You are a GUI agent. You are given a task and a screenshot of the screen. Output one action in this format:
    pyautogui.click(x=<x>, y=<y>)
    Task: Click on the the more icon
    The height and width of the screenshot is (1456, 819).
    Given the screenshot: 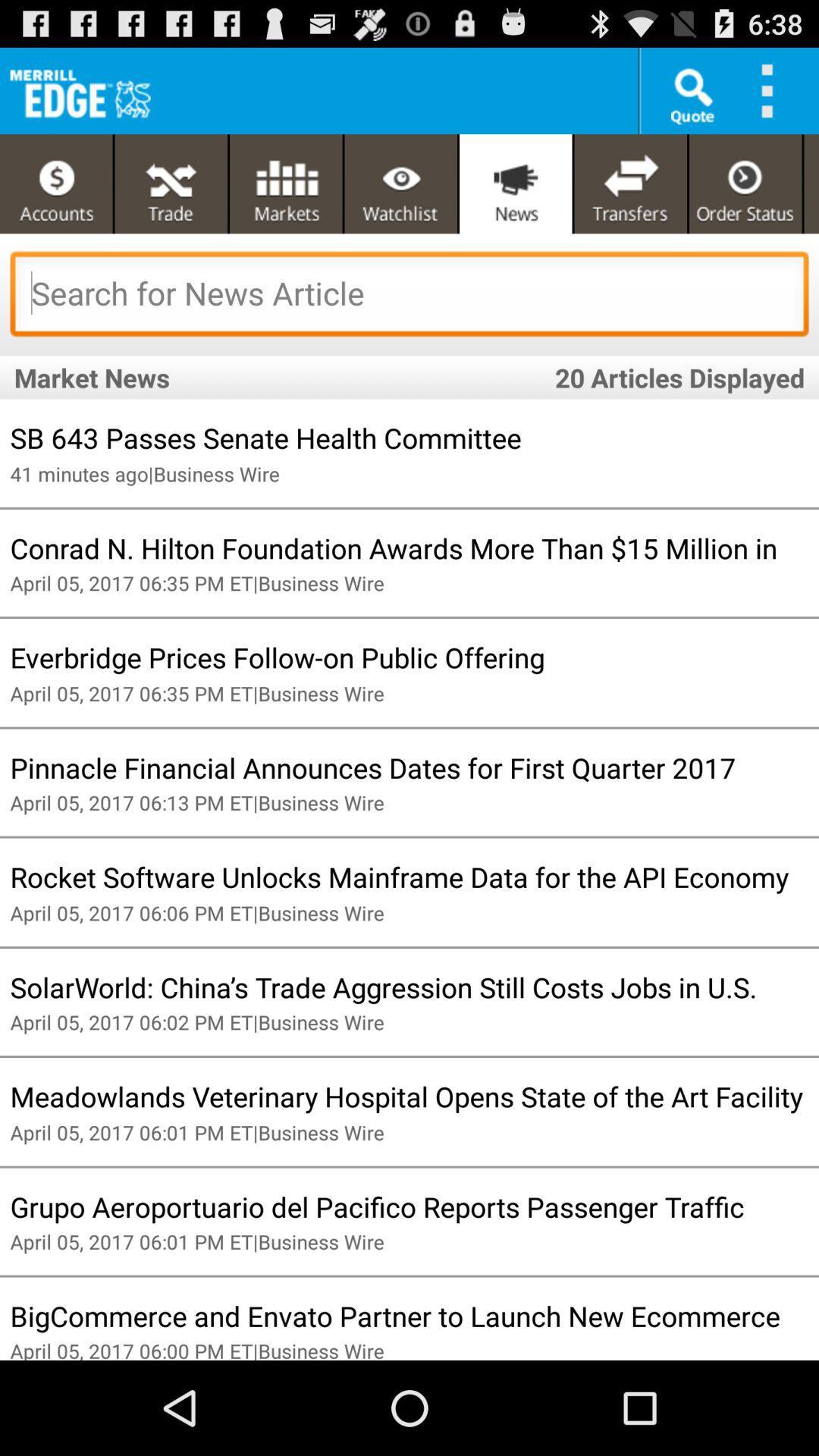 What is the action you would take?
    pyautogui.click(x=772, y=96)
    